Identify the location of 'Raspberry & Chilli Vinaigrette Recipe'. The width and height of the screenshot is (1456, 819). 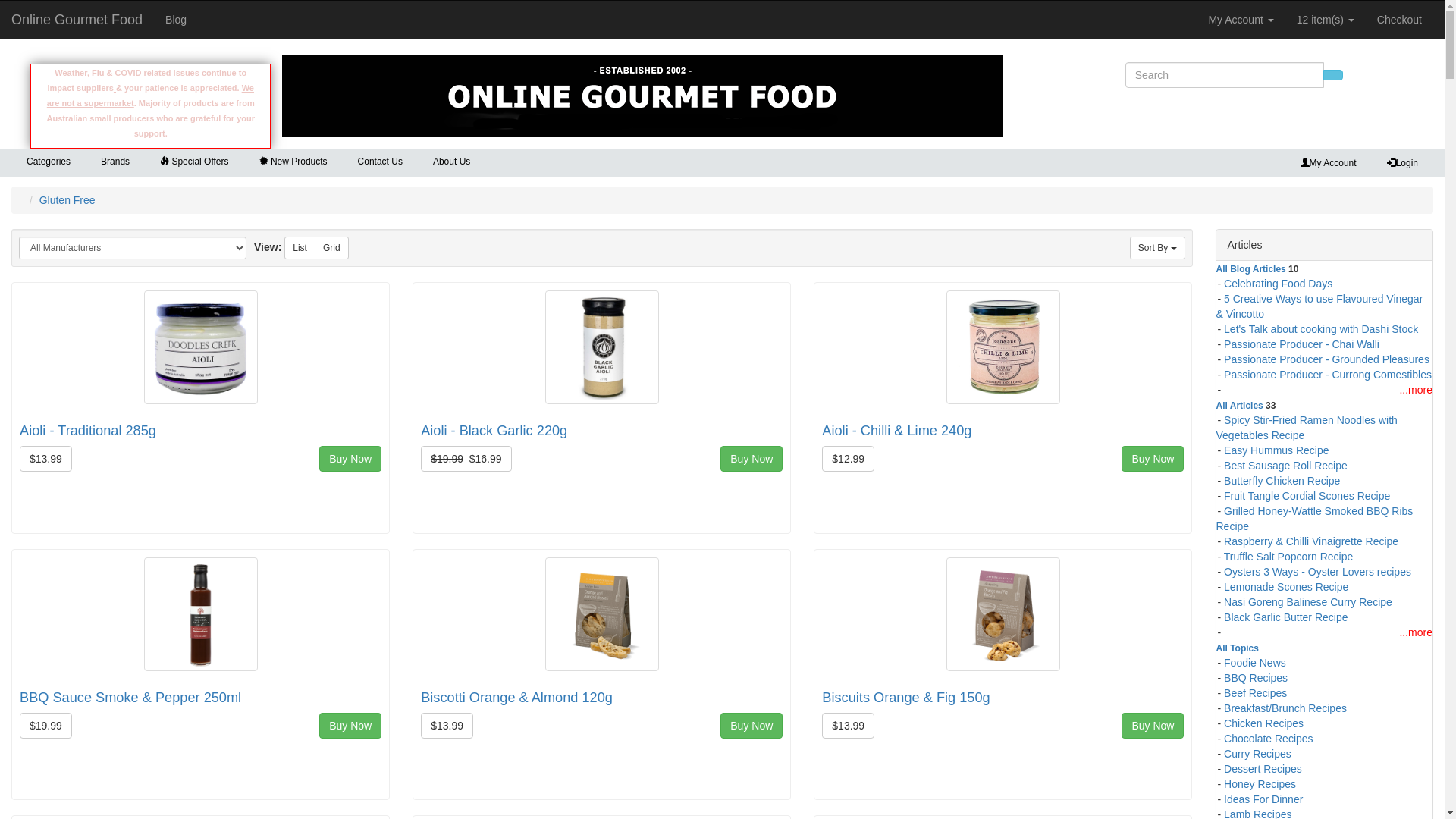
(1310, 539).